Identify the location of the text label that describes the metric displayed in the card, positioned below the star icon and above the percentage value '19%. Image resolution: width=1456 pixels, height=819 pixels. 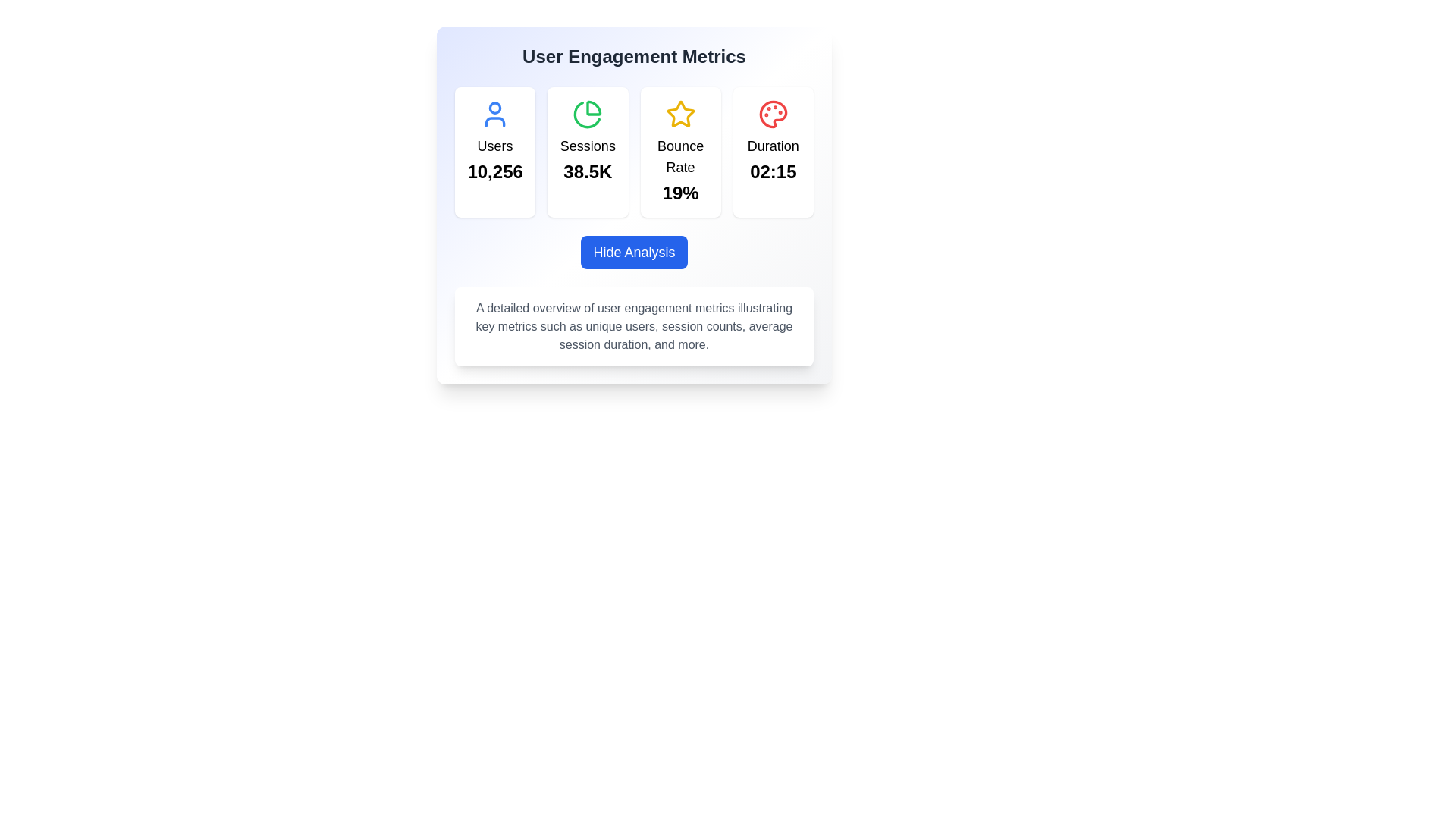
(679, 157).